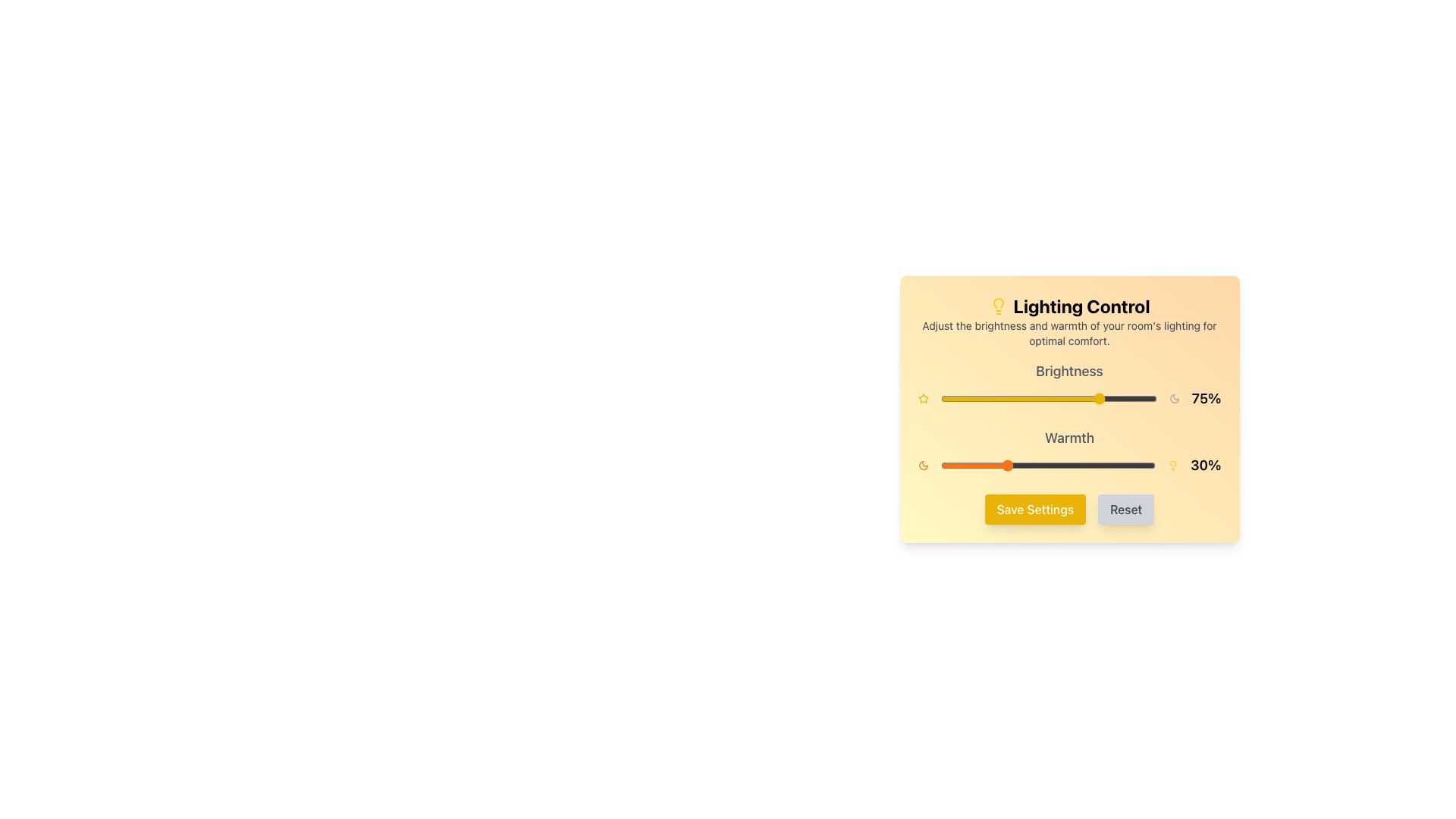 This screenshot has width=1456, height=819. What do you see at coordinates (950, 397) in the screenshot?
I see `brightness` at bounding box center [950, 397].